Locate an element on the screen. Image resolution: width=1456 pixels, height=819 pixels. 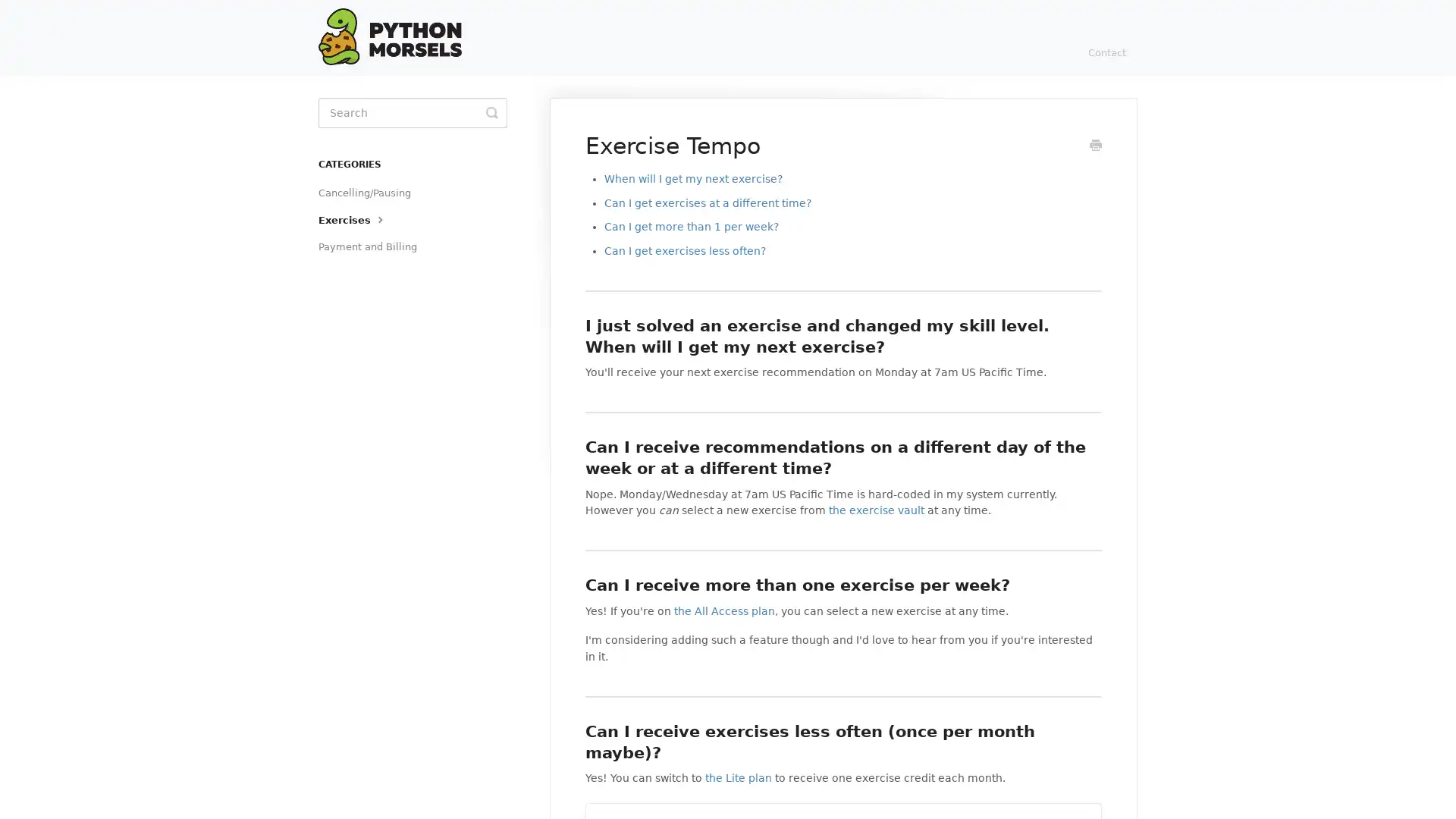
Toggle Search is located at coordinates (491, 112).